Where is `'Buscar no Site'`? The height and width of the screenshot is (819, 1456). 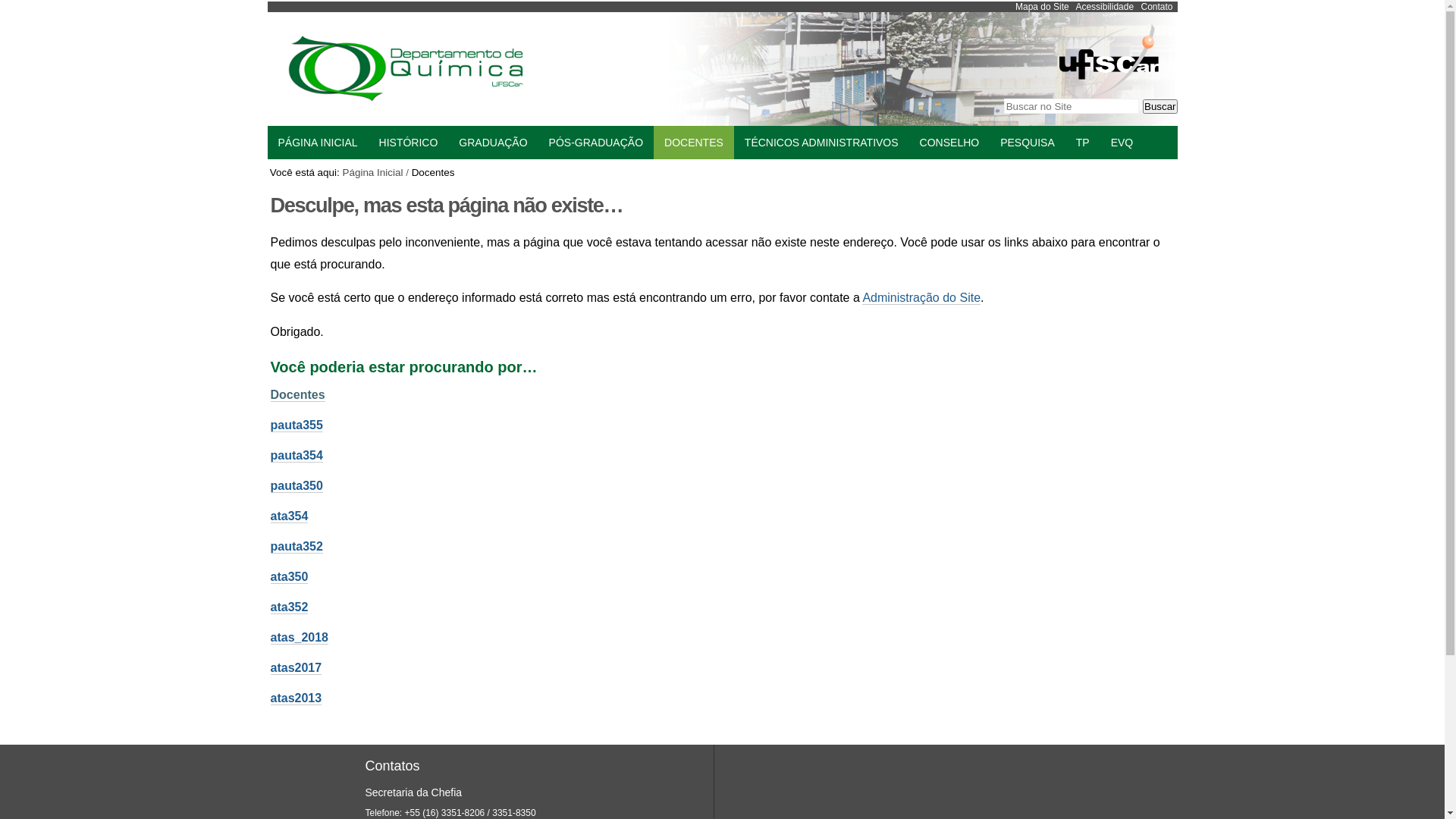
'Buscar no Site' is located at coordinates (1070, 105).